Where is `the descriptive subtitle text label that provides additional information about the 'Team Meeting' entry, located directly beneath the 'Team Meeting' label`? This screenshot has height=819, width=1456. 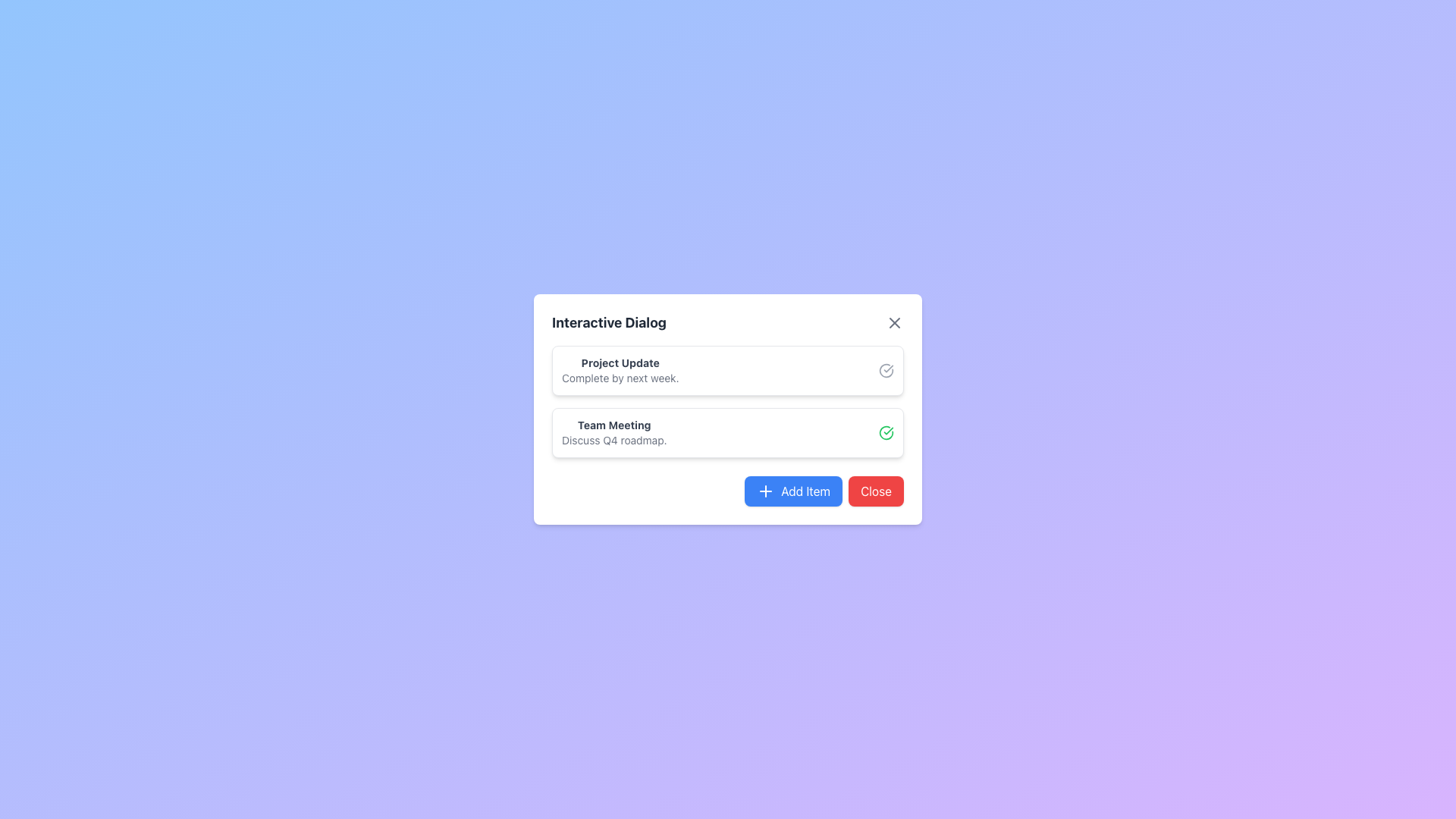 the descriptive subtitle text label that provides additional information about the 'Team Meeting' entry, located directly beneath the 'Team Meeting' label is located at coordinates (614, 441).